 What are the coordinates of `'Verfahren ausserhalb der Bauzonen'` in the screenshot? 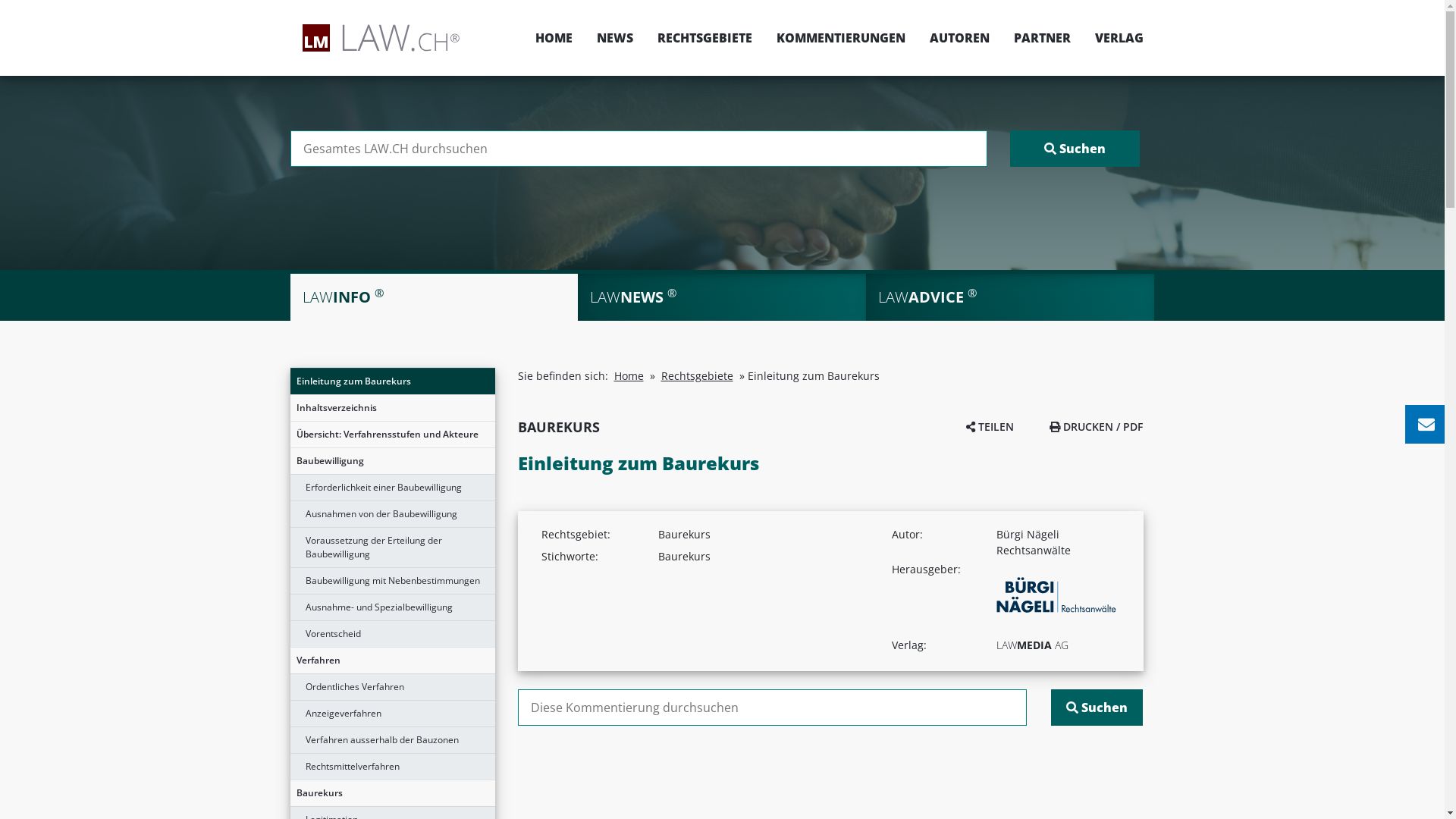 It's located at (392, 739).